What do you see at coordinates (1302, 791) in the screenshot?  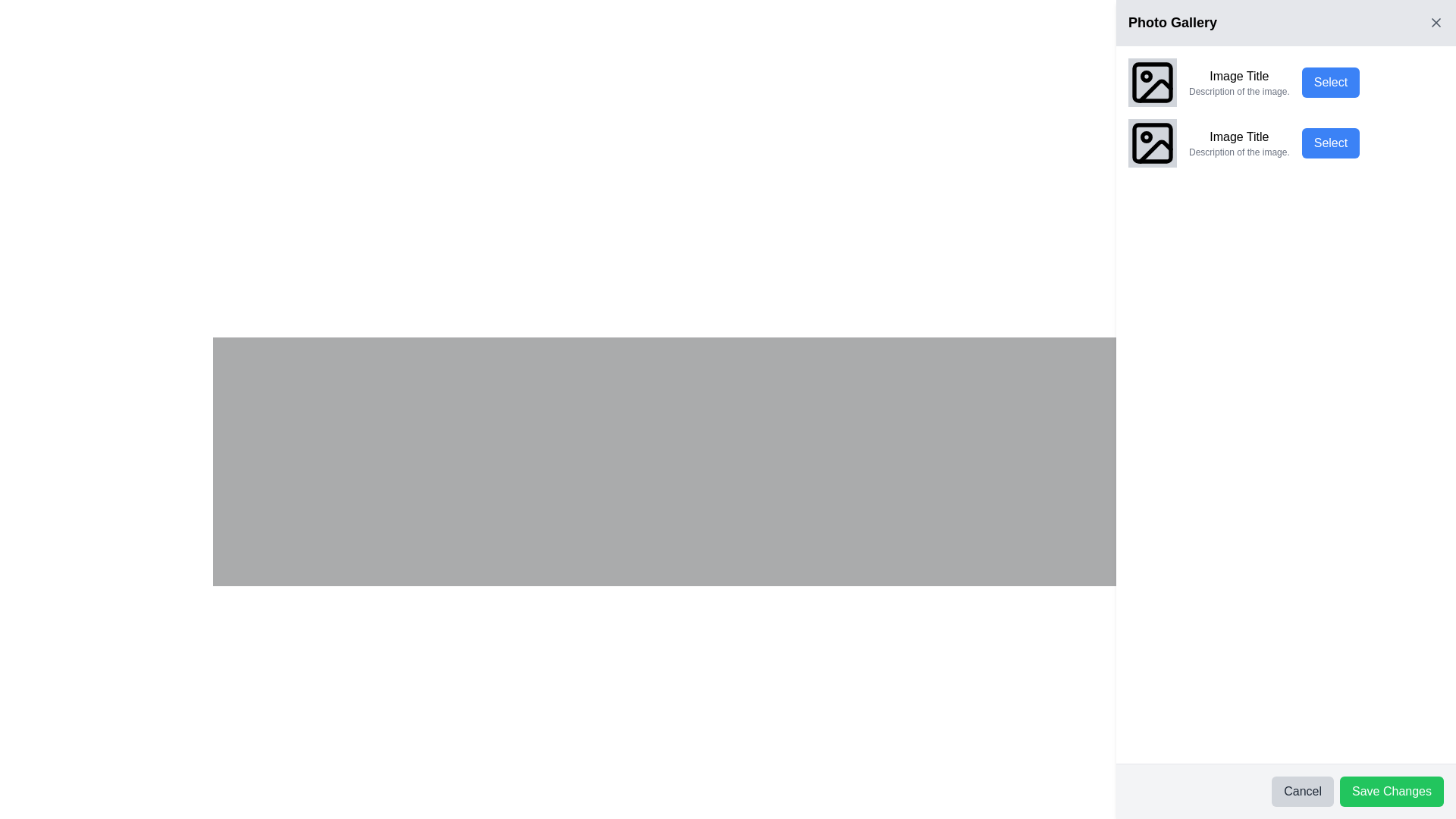 I see `the cancellation button located at the bottom-right corner of the interface to observe the background color change to darker gray` at bounding box center [1302, 791].